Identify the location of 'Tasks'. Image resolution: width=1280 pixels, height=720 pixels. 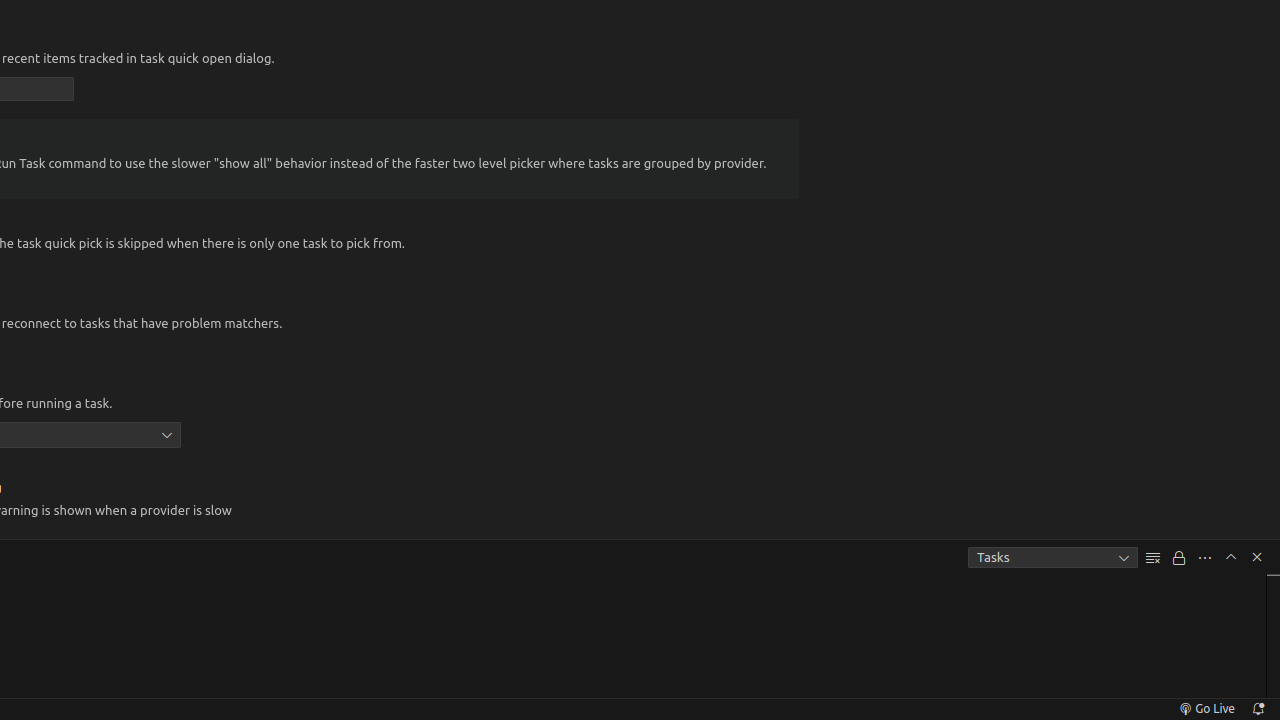
(1052, 557).